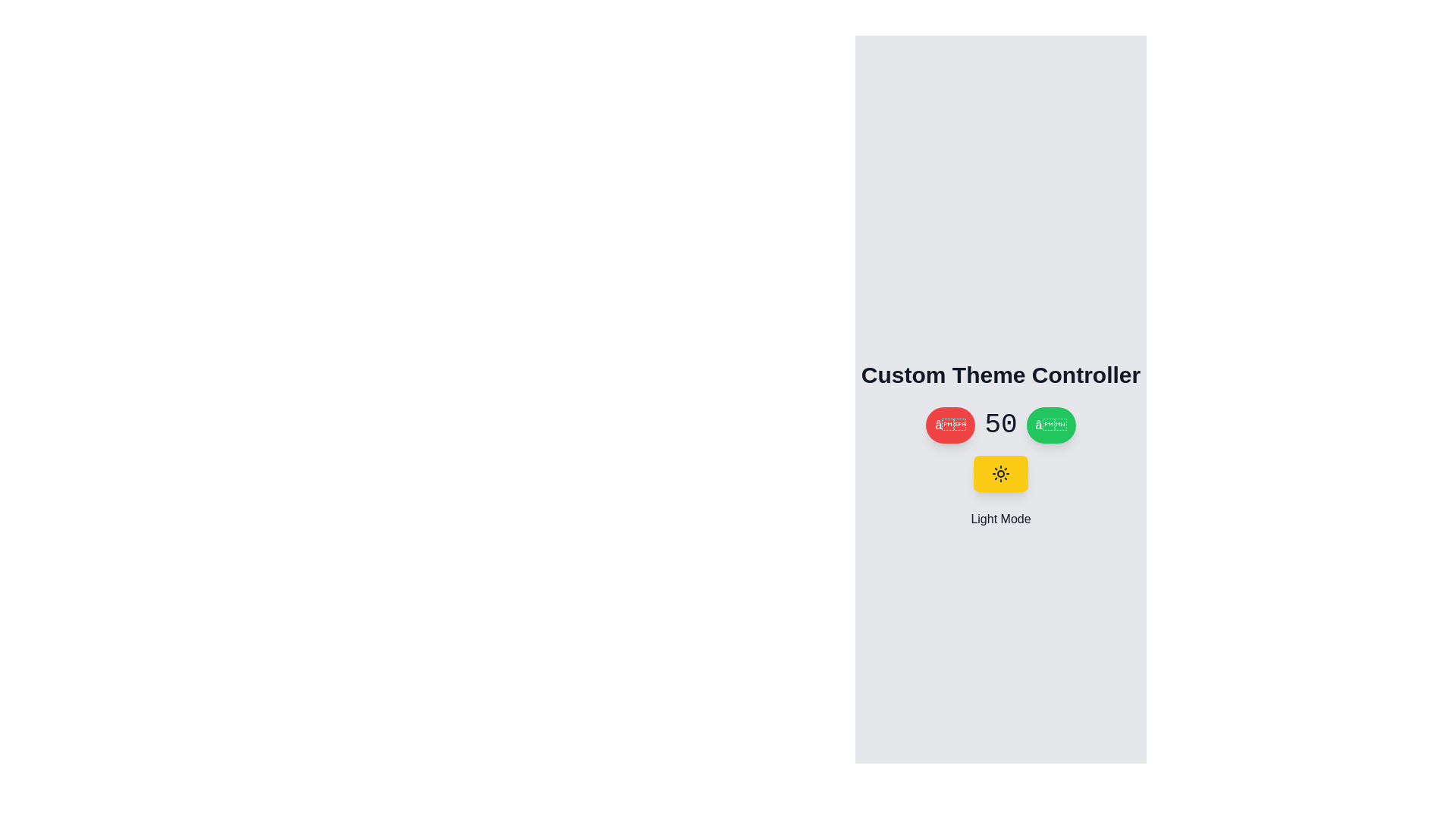 Image resolution: width=1456 pixels, height=819 pixels. What do you see at coordinates (1050, 425) in the screenshot?
I see `the circular green button with a plus symbol ('+')` at bounding box center [1050, 425].